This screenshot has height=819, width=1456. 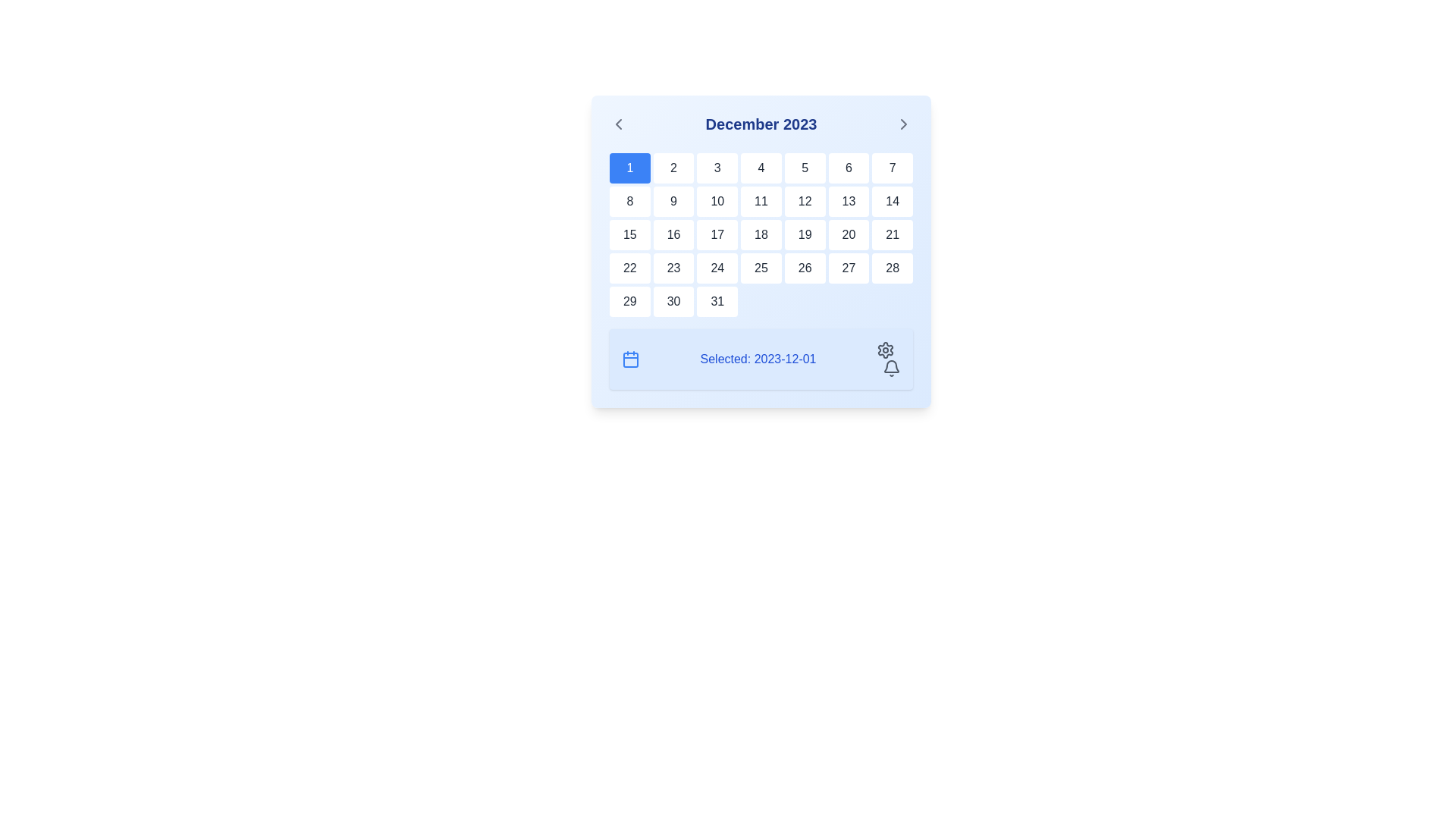 What do you see at coordinates (804, 268) in the screenshot?
I see `the clickable calendar date cell representing the 26th day of December 2023 to observe the hover effect` at bounding box center [804, 268].